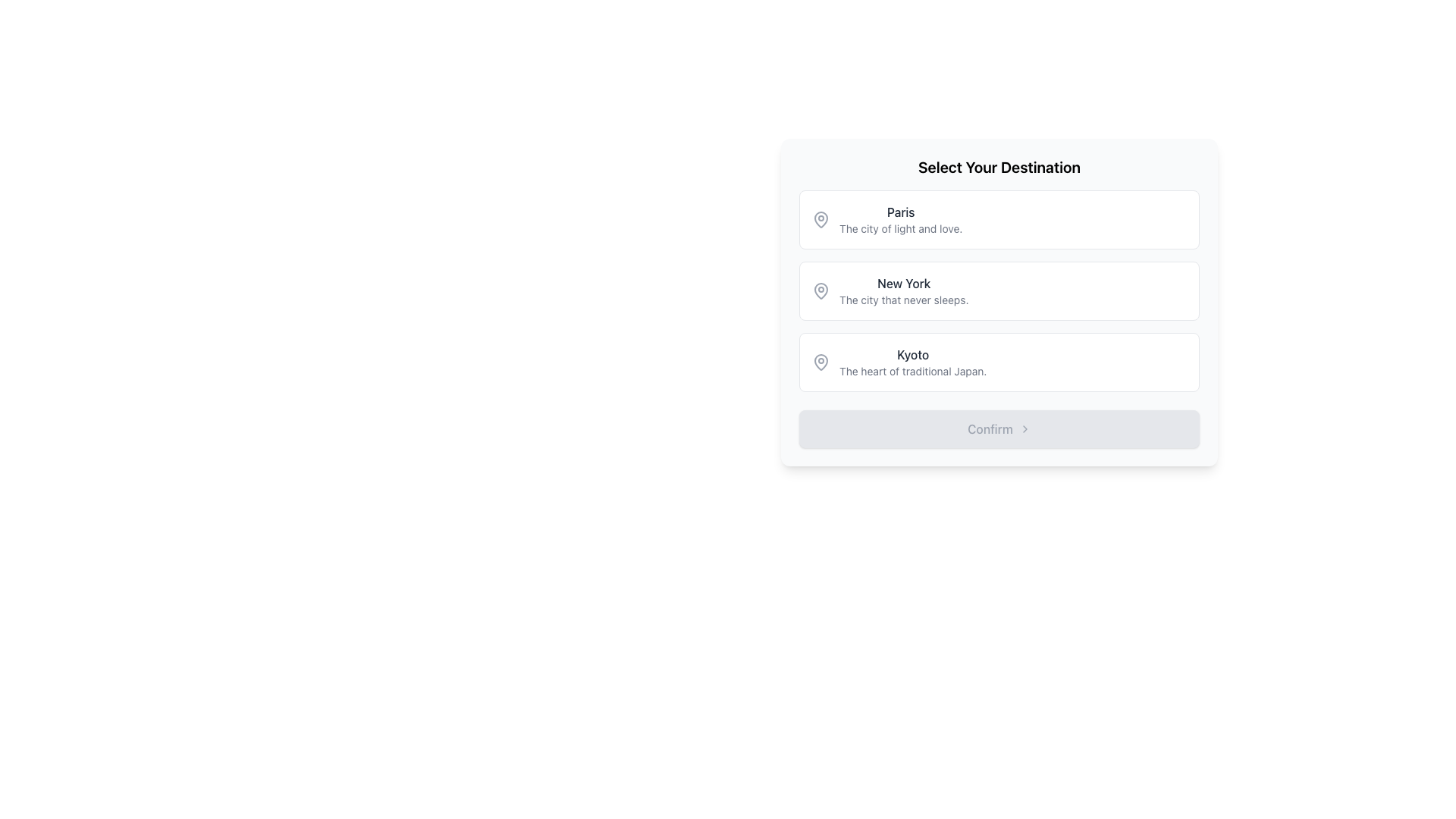 The width and height of the screenshot is (1456, 819). What do you see at coordinates (821, 362) in the screenshot?
I see `the decorative icon located to the left of the text 'Kyoto' in the destination selection UI, which is the third option in the list titled 'Select Your Destination'` at bounding box center [821, 362].